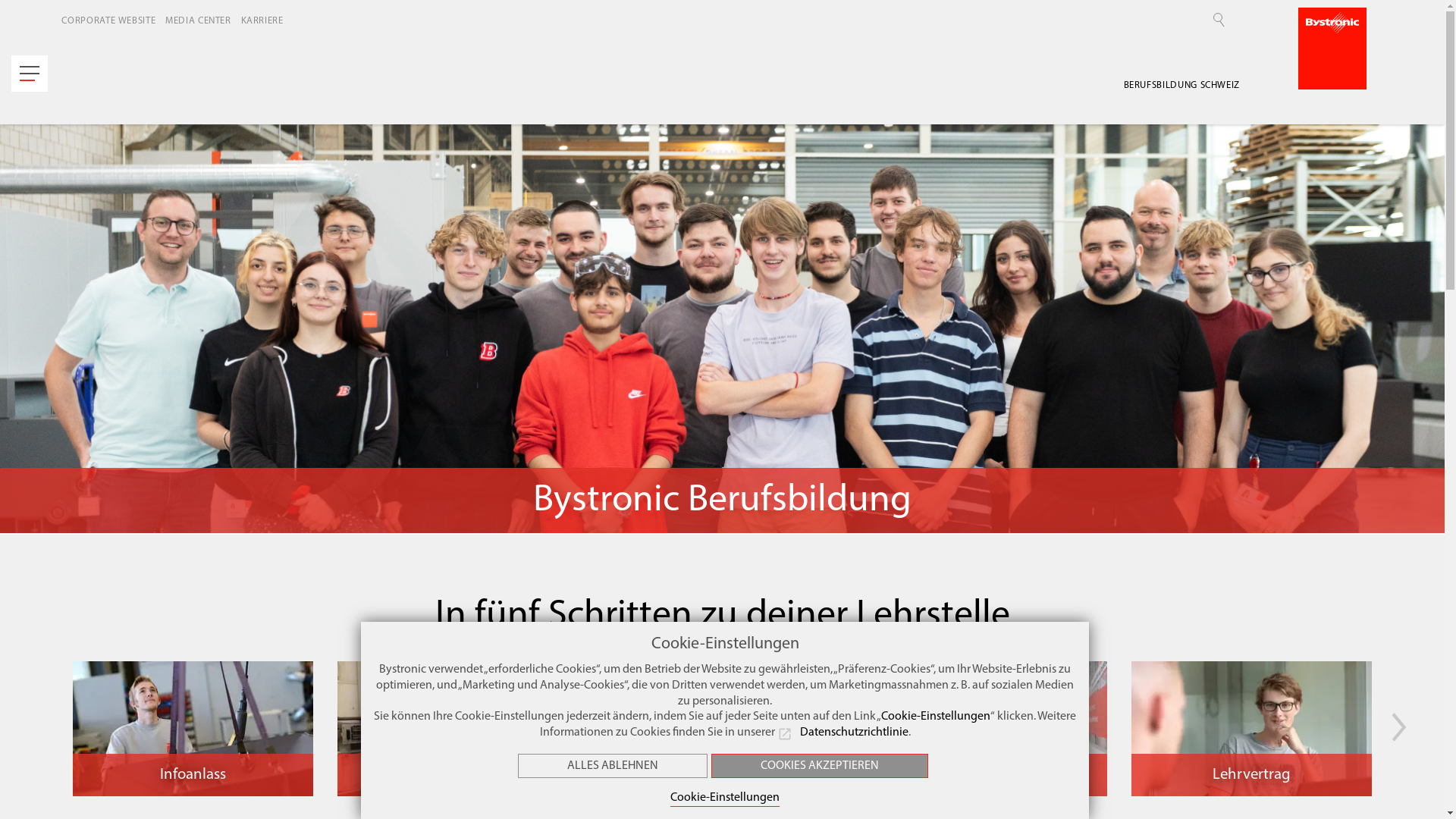  Describe the element at coordinates (265, 20) in the screenshot. I see `'KARRIERE'` at that location.